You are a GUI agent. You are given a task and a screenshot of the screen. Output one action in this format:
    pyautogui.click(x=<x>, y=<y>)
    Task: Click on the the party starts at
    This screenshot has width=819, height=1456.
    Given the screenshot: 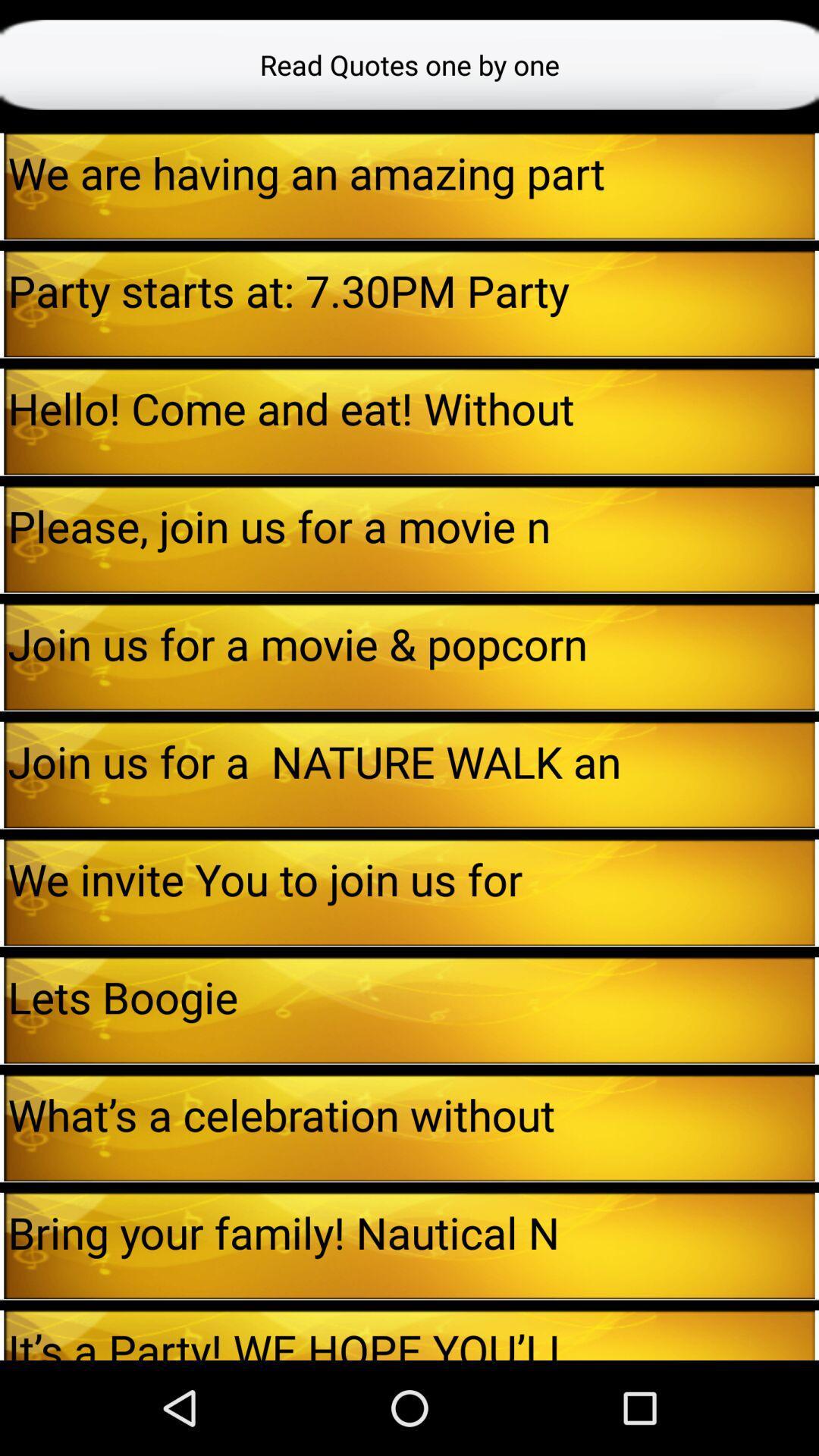 What is the action you would take?
    pyautogui.click(x=411, y=290)
    